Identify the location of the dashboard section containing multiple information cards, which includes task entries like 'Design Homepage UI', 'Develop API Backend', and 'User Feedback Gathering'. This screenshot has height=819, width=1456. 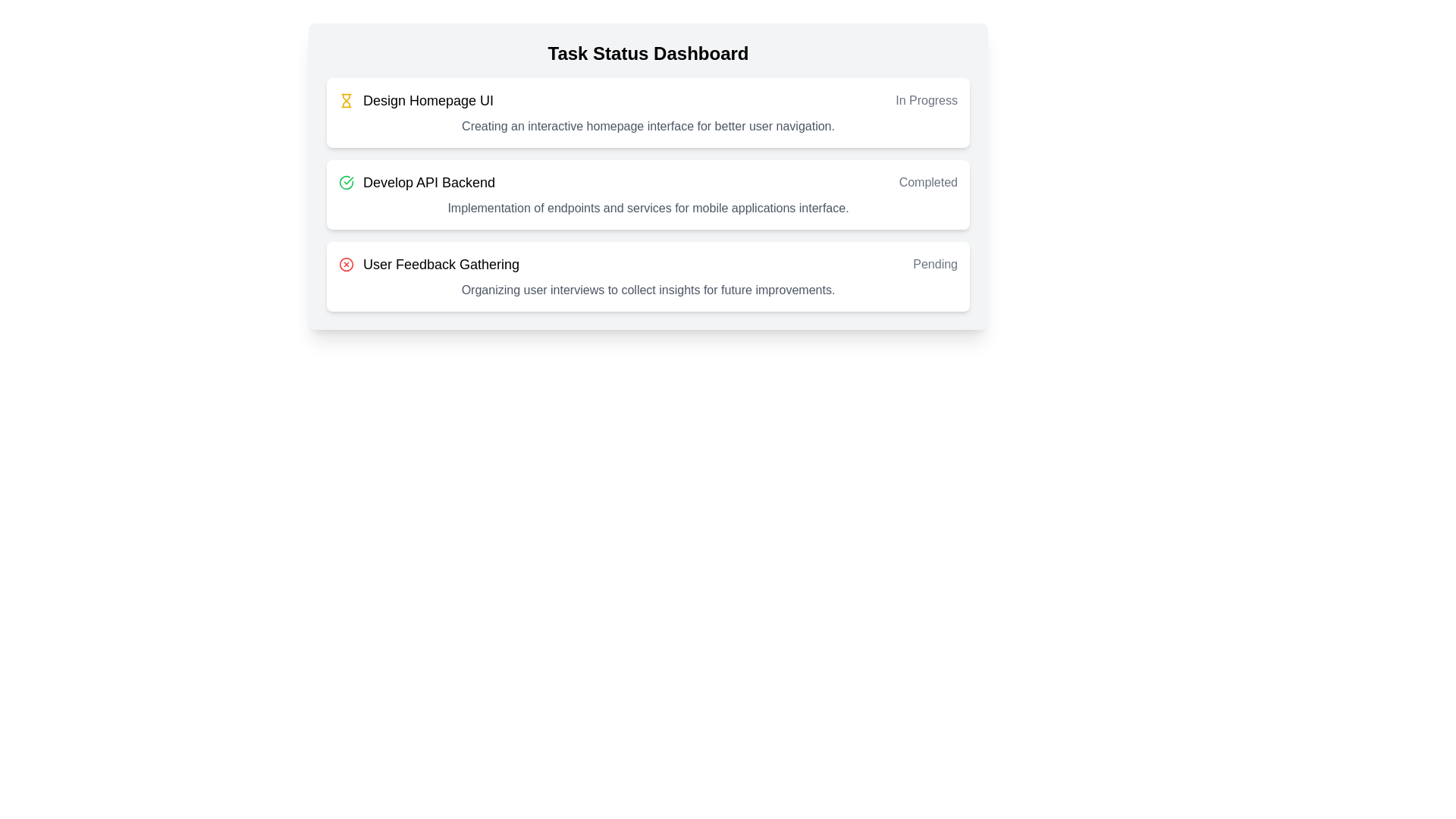
(648, 175).